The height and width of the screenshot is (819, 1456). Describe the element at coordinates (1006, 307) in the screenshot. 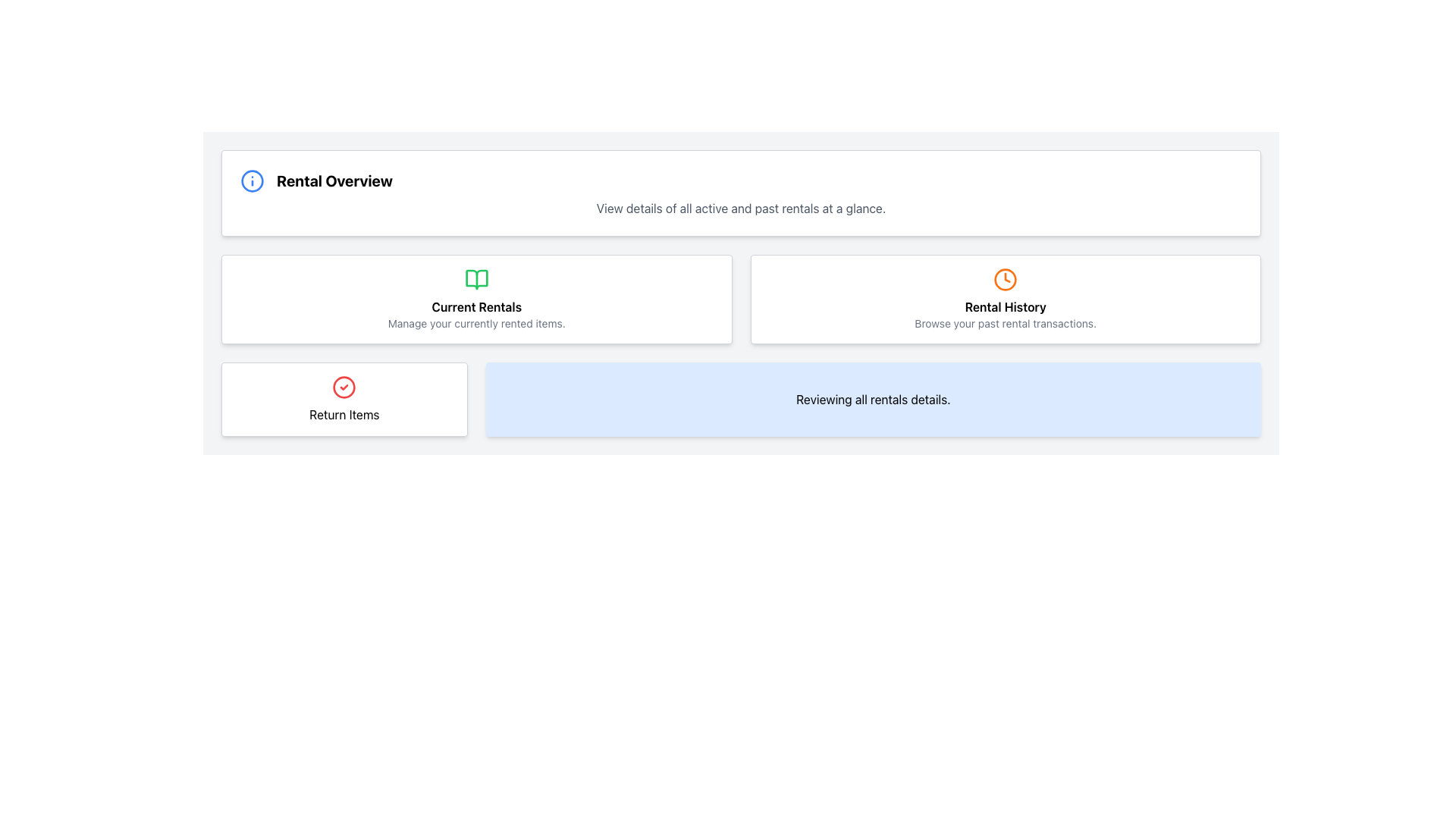

I see `title text of the card indicating access to historical rental transactions, located in the upper-right box of the grid layout beneath the 'Rental Overview' section` at that location.